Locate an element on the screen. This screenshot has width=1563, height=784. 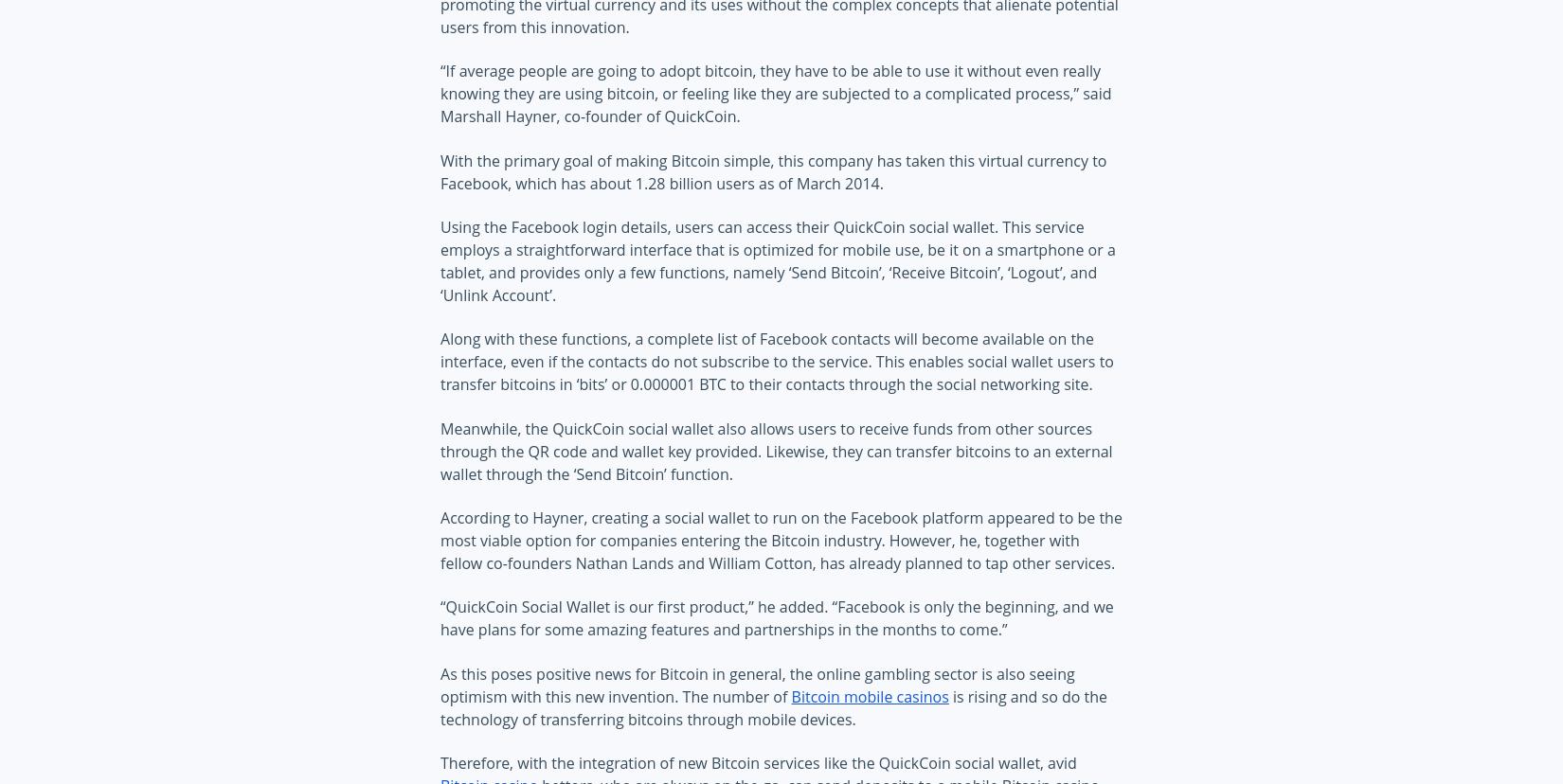
'With the primary goal of making Bitcoin simple, this company has taken this virtual currency to Facebook, which has about 1.28 billion users as of March 2014.' is located at coordinates (772, 170).